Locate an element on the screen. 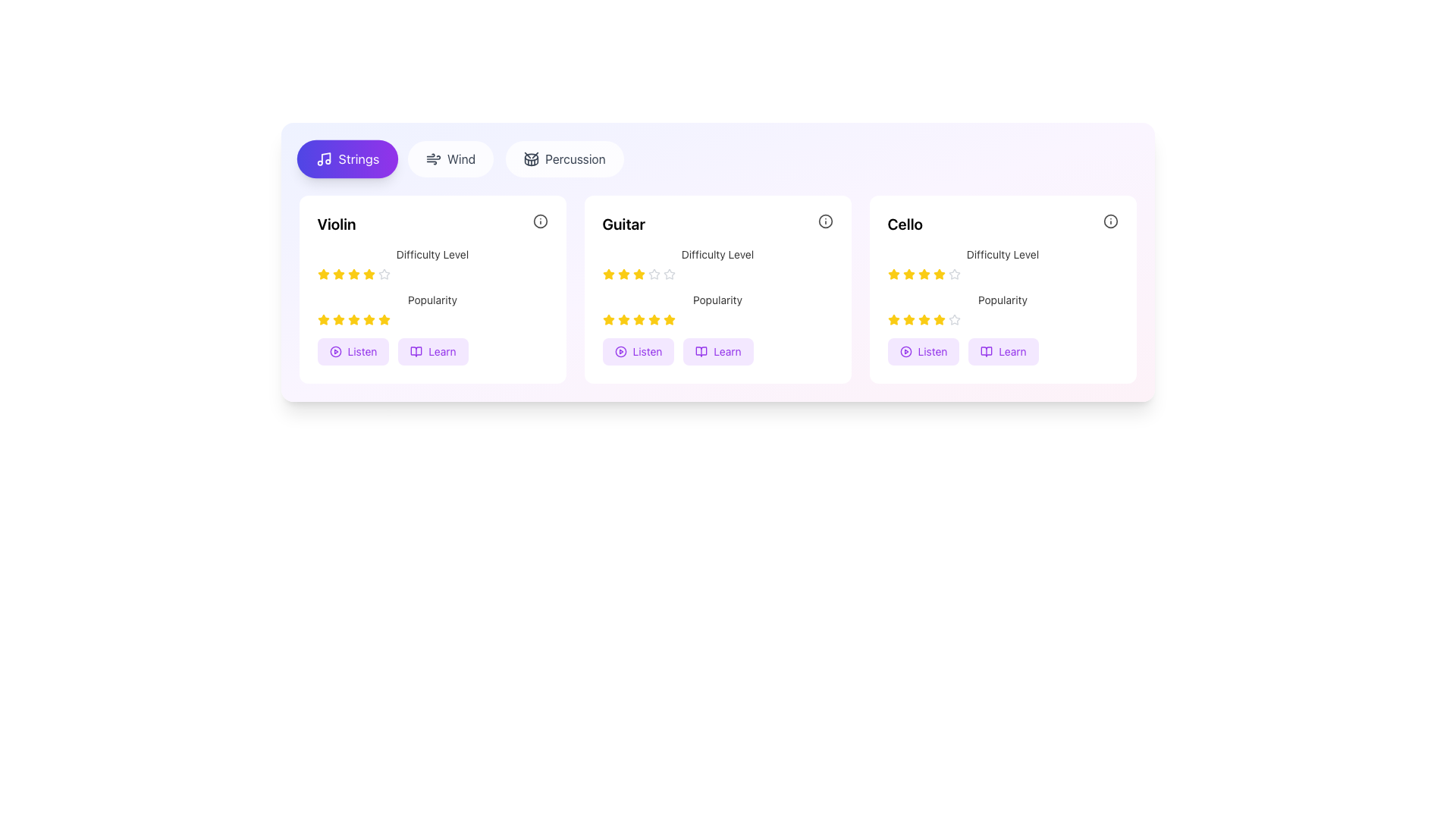 This screenshot has height=819, width=1456. the circular play icon within the 'Listen' button on the second card ('Guitar') is located at coordinates (620, 351).